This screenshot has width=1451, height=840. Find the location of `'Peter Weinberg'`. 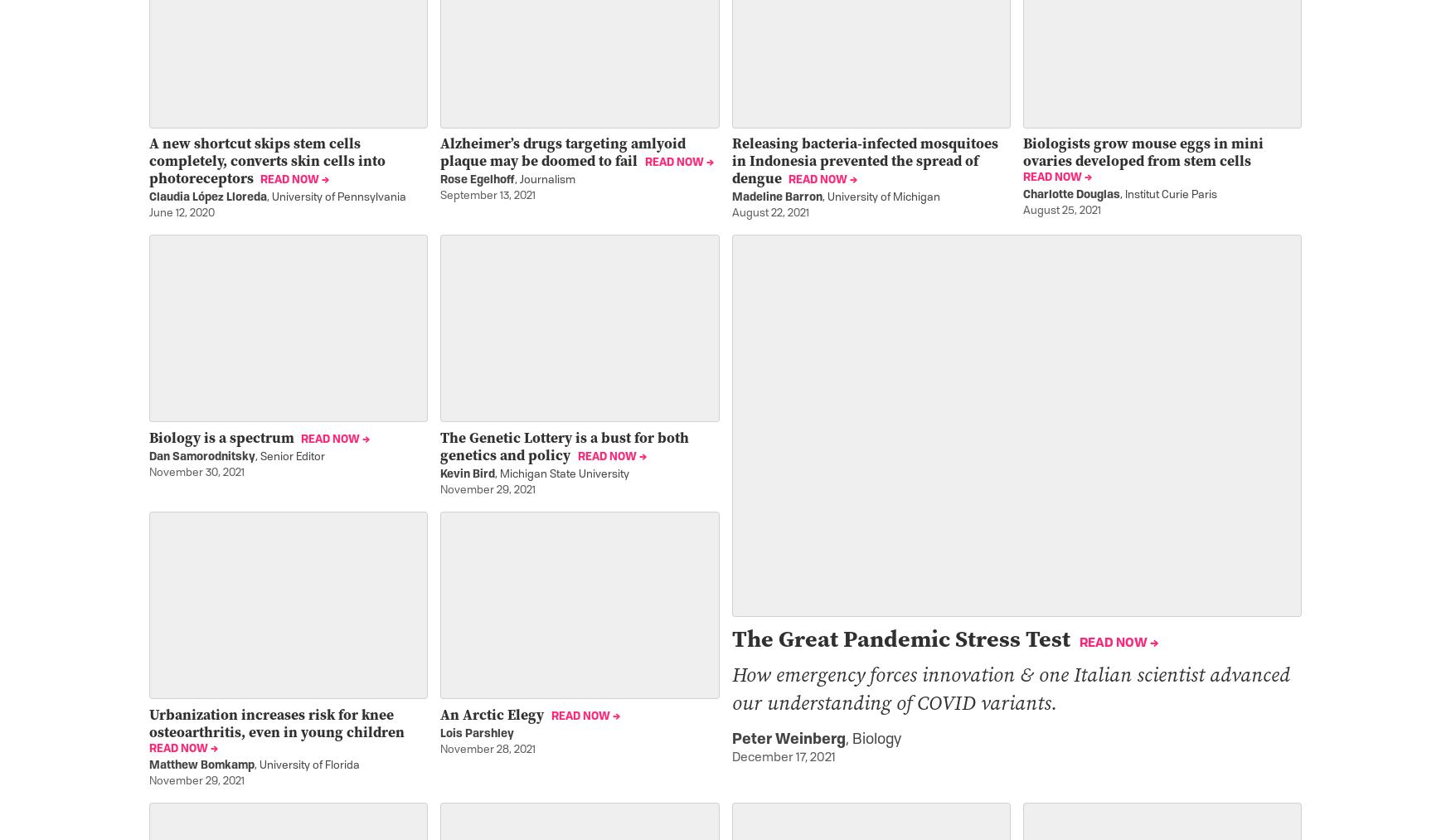

'Peter Weinberg' is located at coordinates (788, 739).